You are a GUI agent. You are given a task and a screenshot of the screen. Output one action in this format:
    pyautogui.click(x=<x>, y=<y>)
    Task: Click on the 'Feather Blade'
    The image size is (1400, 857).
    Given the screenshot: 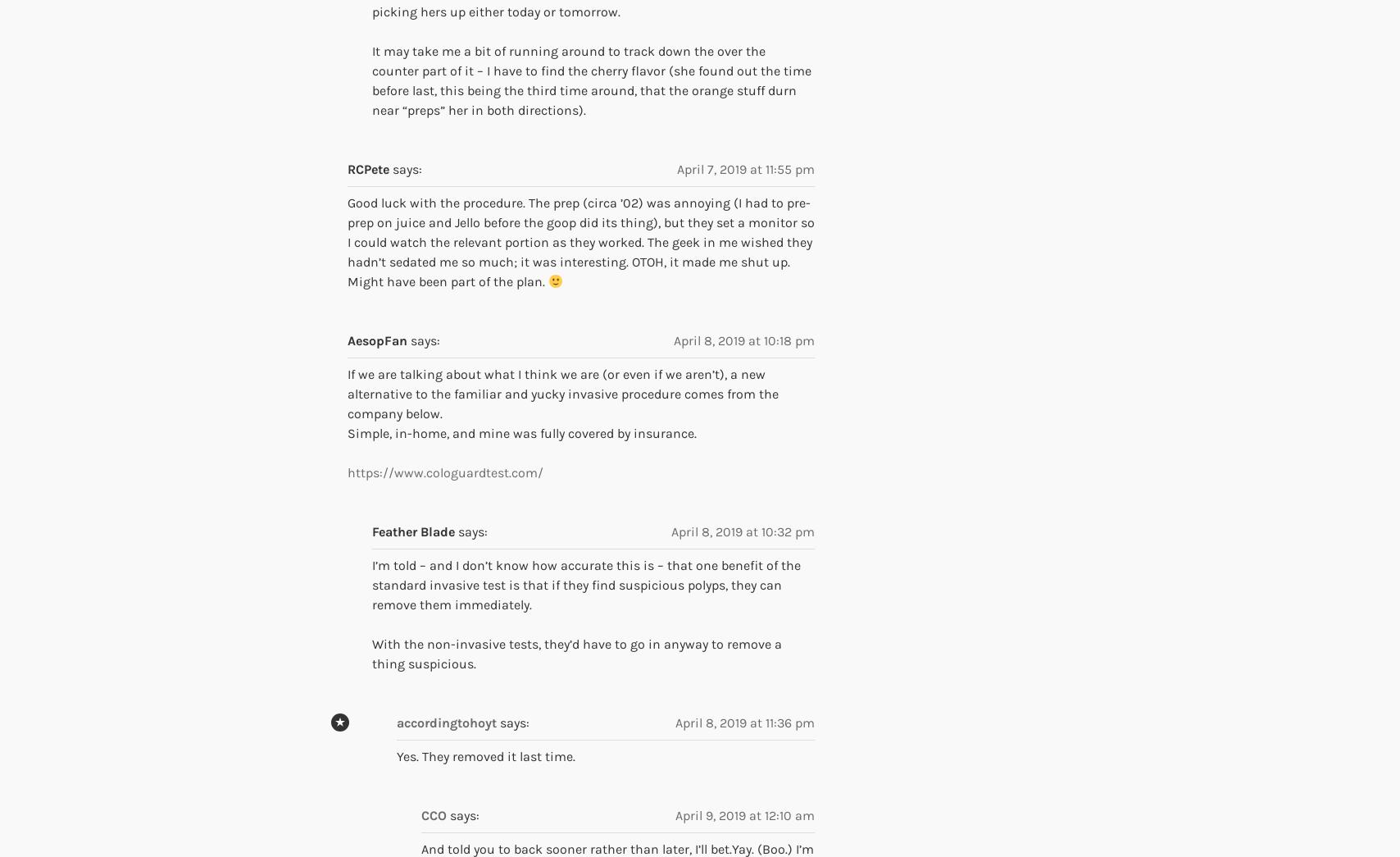 What is the action you would take?
    pyautogui.click(x=413, y=531)
    